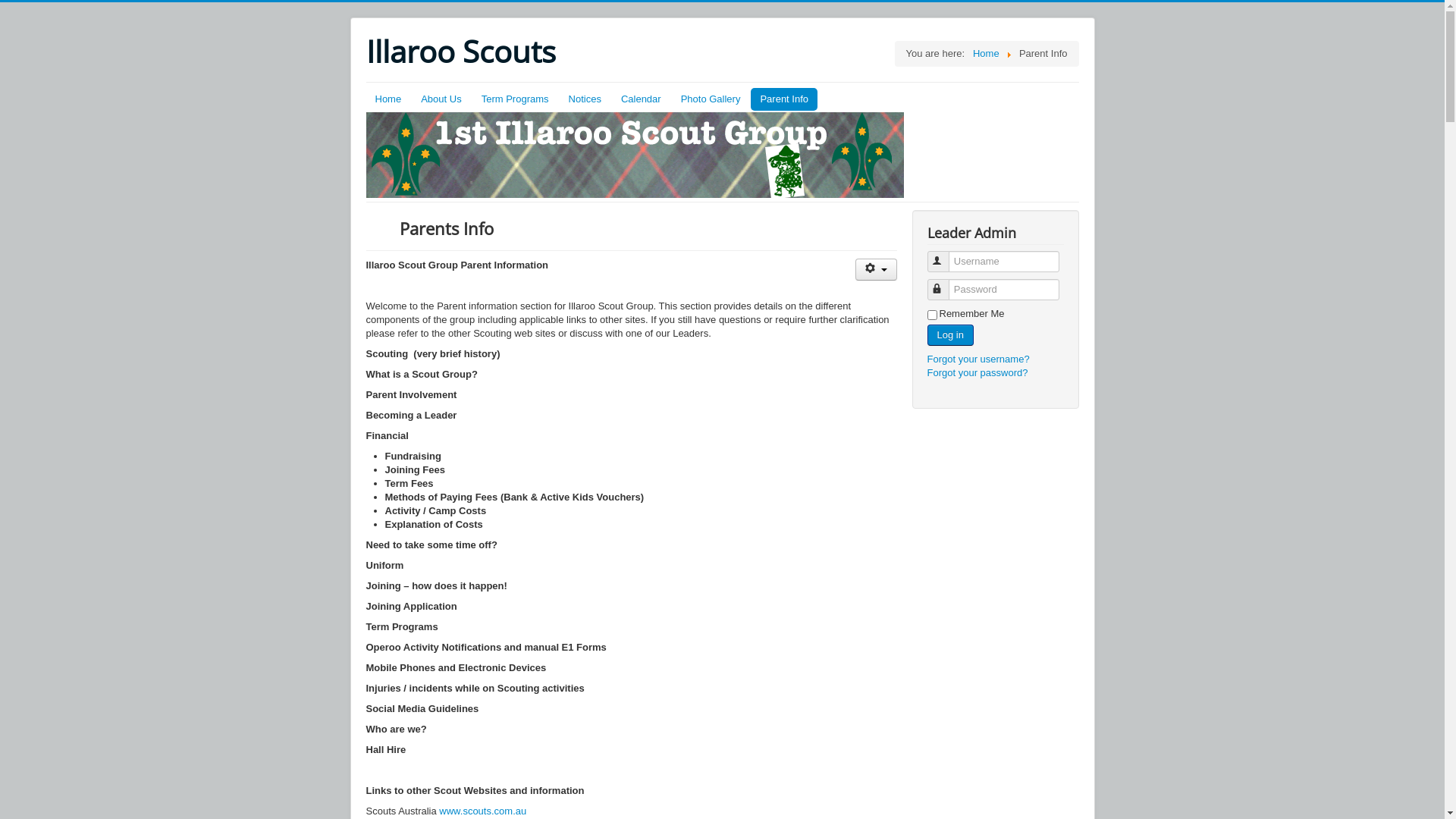 The image size is (1456, 819). What do you see at coordinates (482, 810) in the screenshot?
I see `'www.scouts.com.au'` at bounding box center [482, 810].